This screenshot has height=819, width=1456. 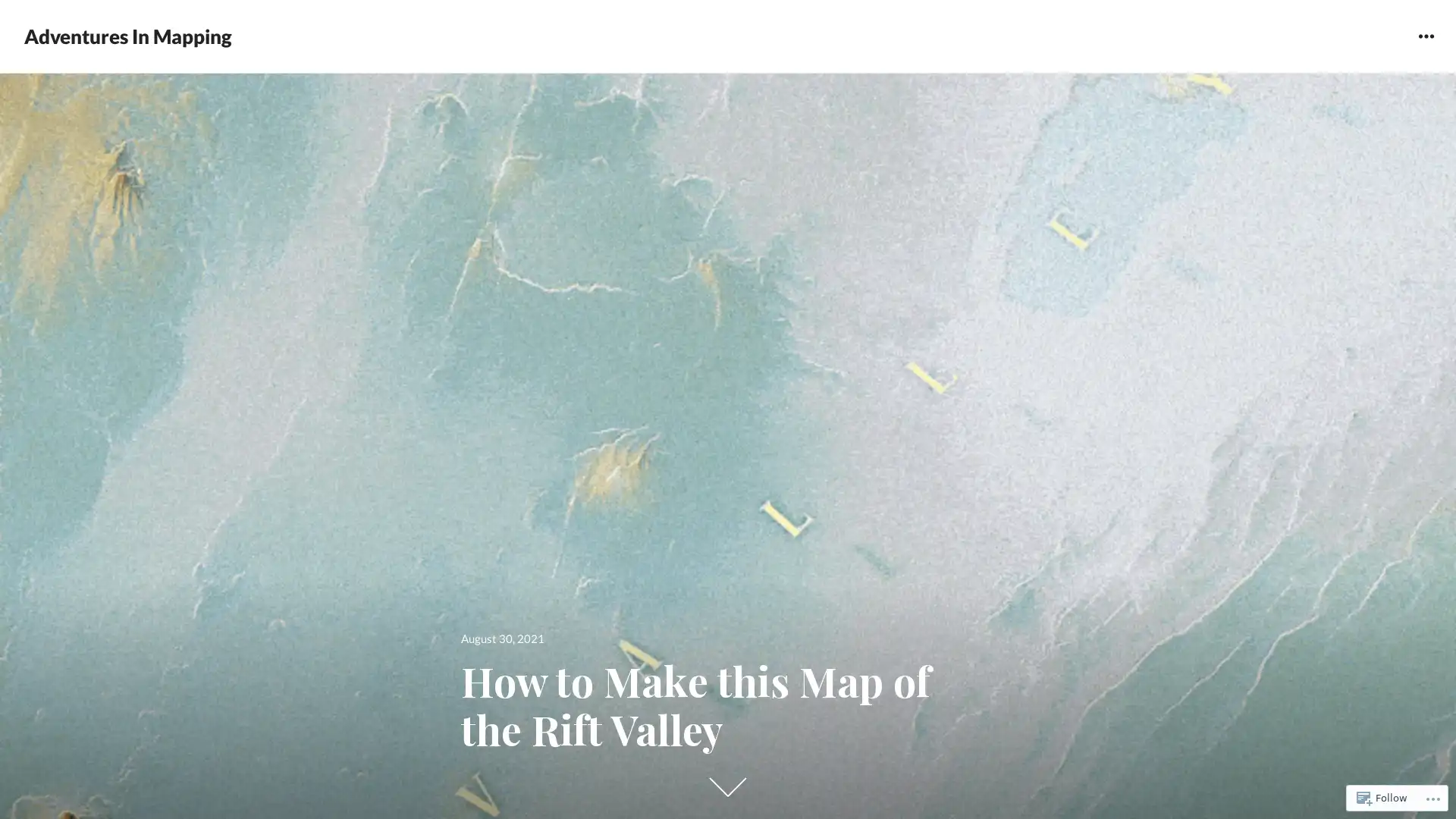 What do you see at coordinates (1425, 35) in the screenshot?
I see `WIDGETS` at bounding box center [1425, 35].